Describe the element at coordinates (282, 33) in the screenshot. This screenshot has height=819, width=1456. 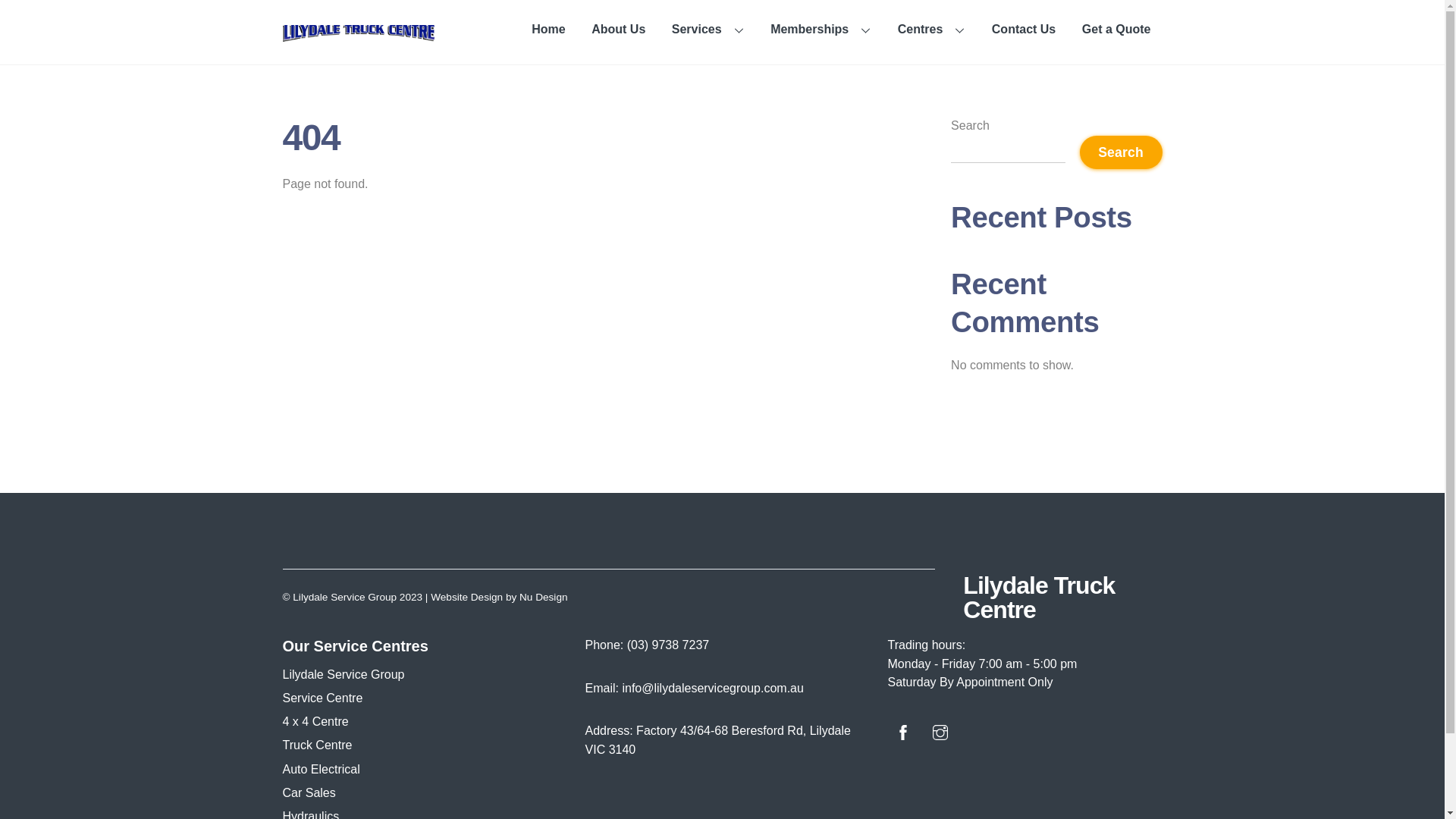
I see `'Lilydale-Truck-Centre-logo'` at that location.